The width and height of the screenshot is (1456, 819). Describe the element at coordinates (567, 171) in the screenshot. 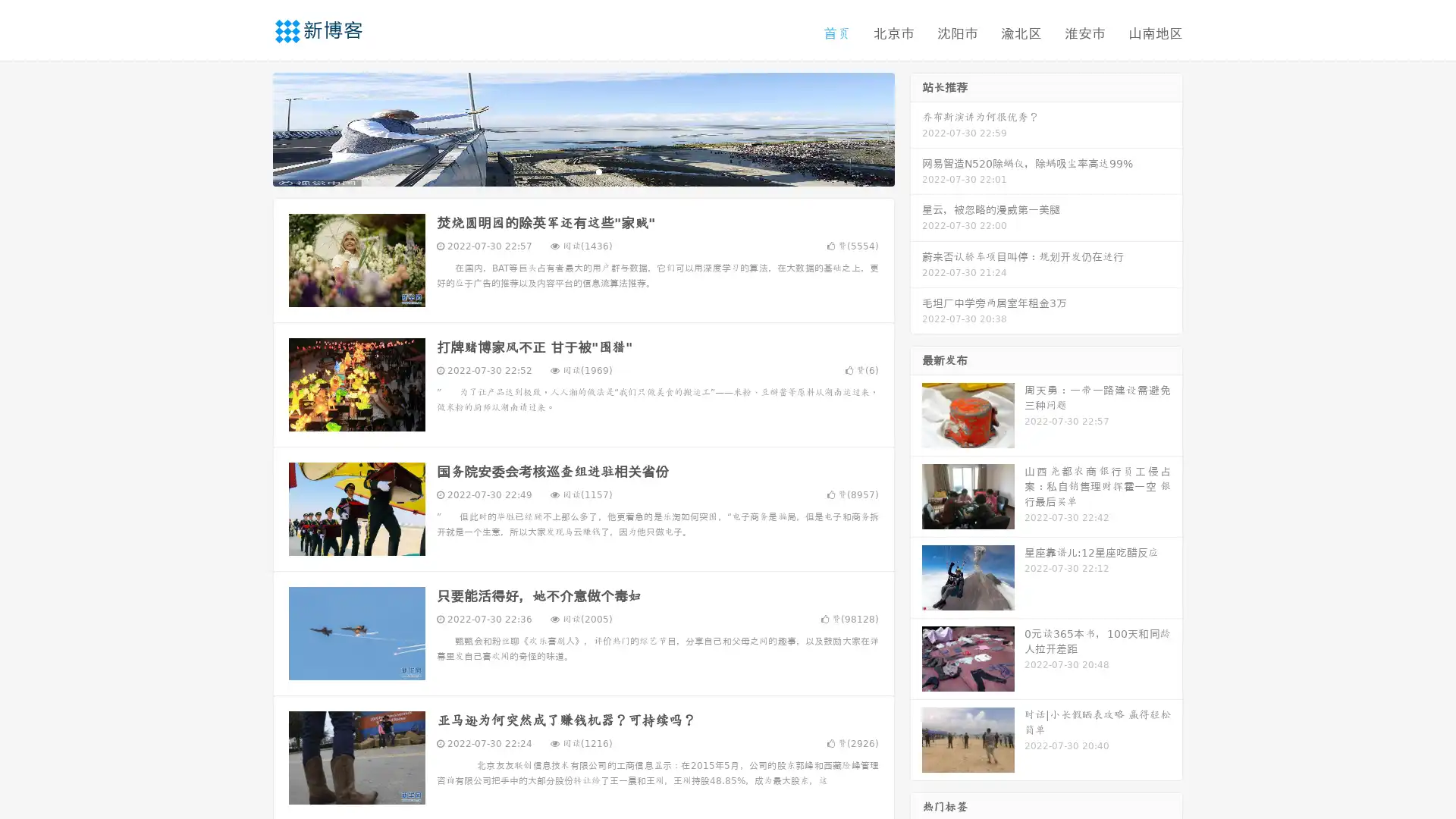

I see `Go to slide 1` at that location.